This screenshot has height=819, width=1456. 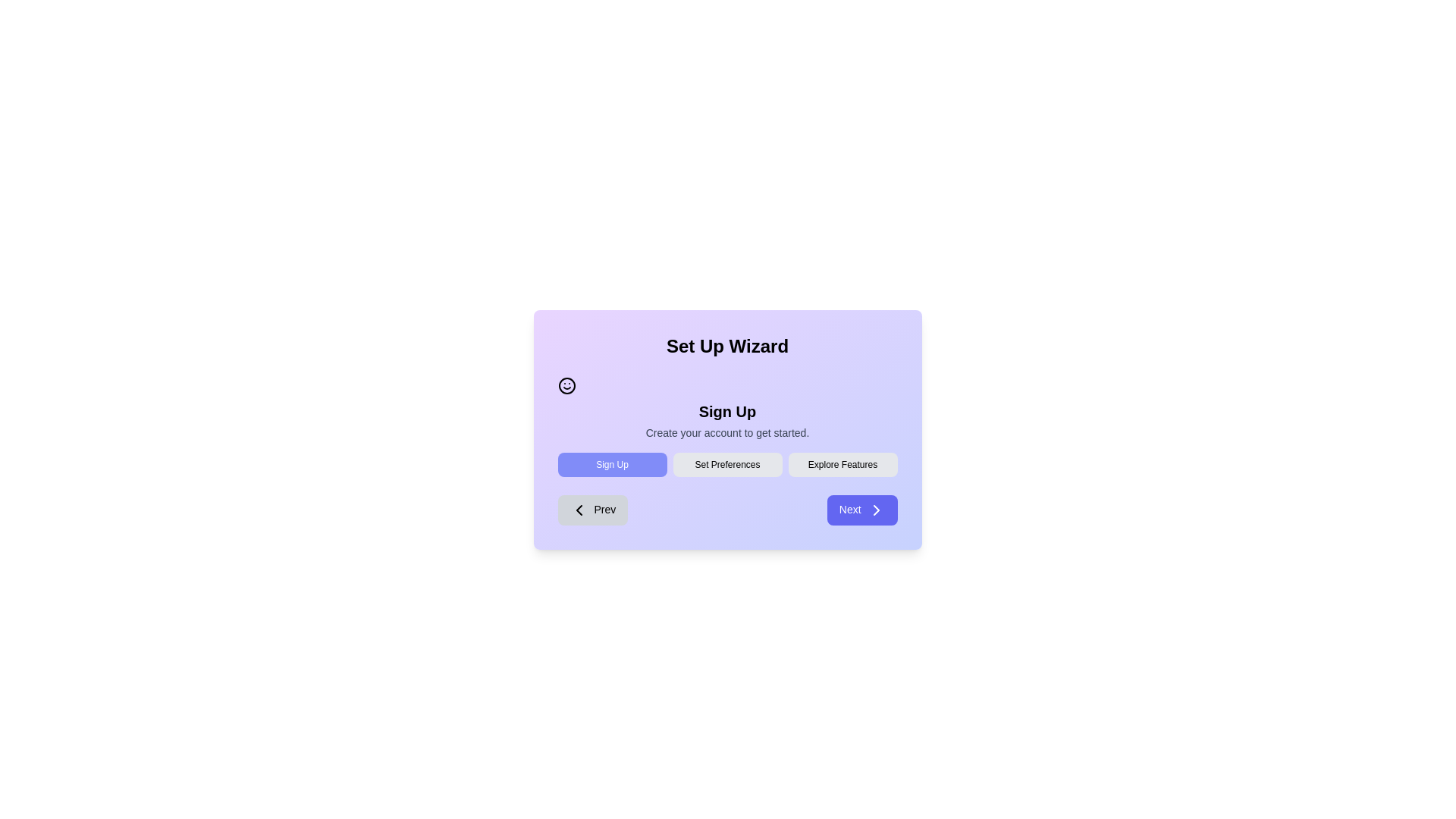 What do you see at coordinates (726, 408) in the screenshot?
I see `the Heading and subheading section with an icon to proceed to the buttons below labeled 'Sign Up', 'Set Preferences', and 'Explore Features'` at bounding box center [726, 408].